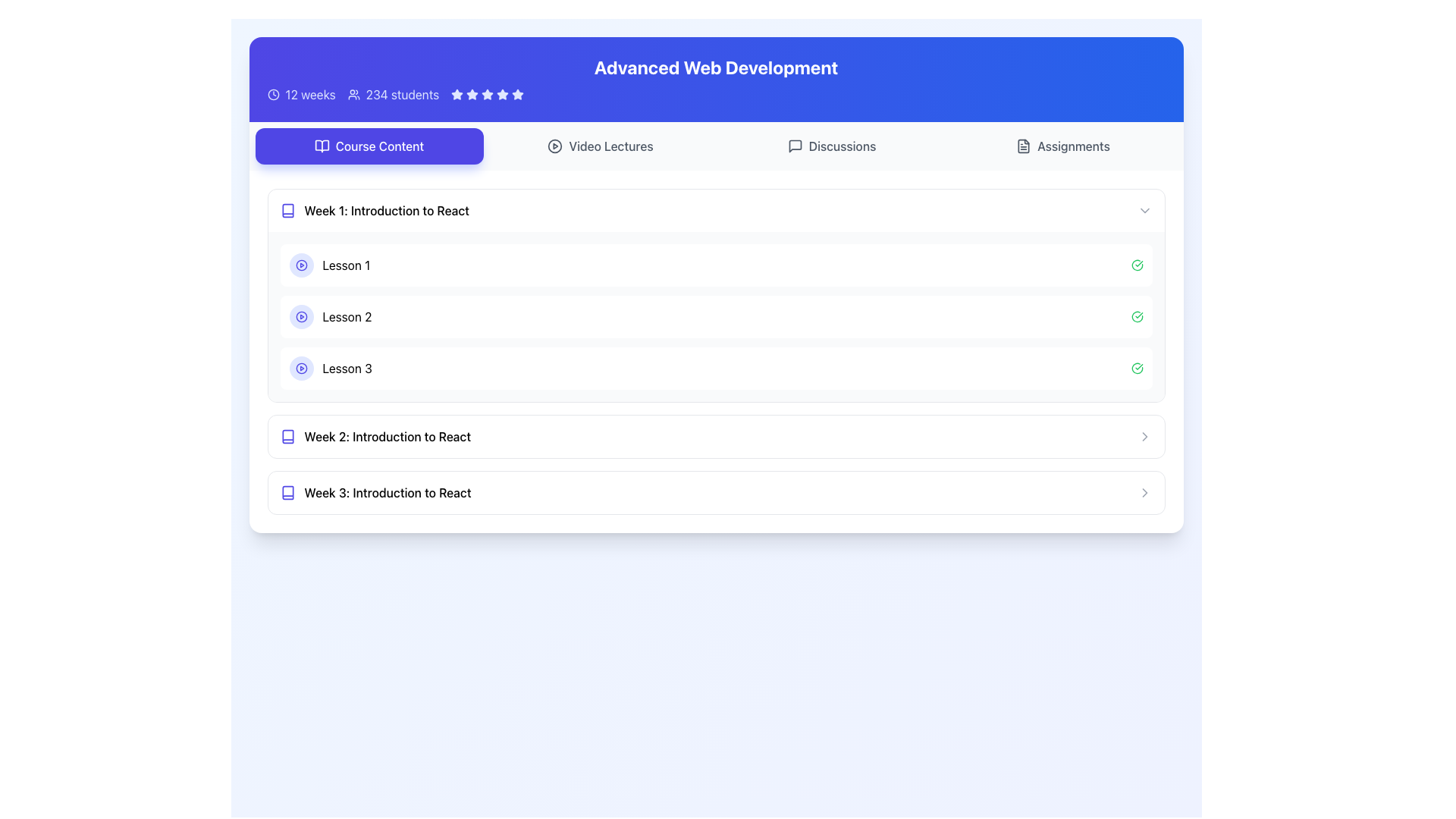  What do you see at coordinates (301, 315) in the screenshot?
I see `the circular icon with a centered play button symbol, which has a light indigo background and is positioned to the left of the text 'Lesson 2'` at bounding box center [301, 315].